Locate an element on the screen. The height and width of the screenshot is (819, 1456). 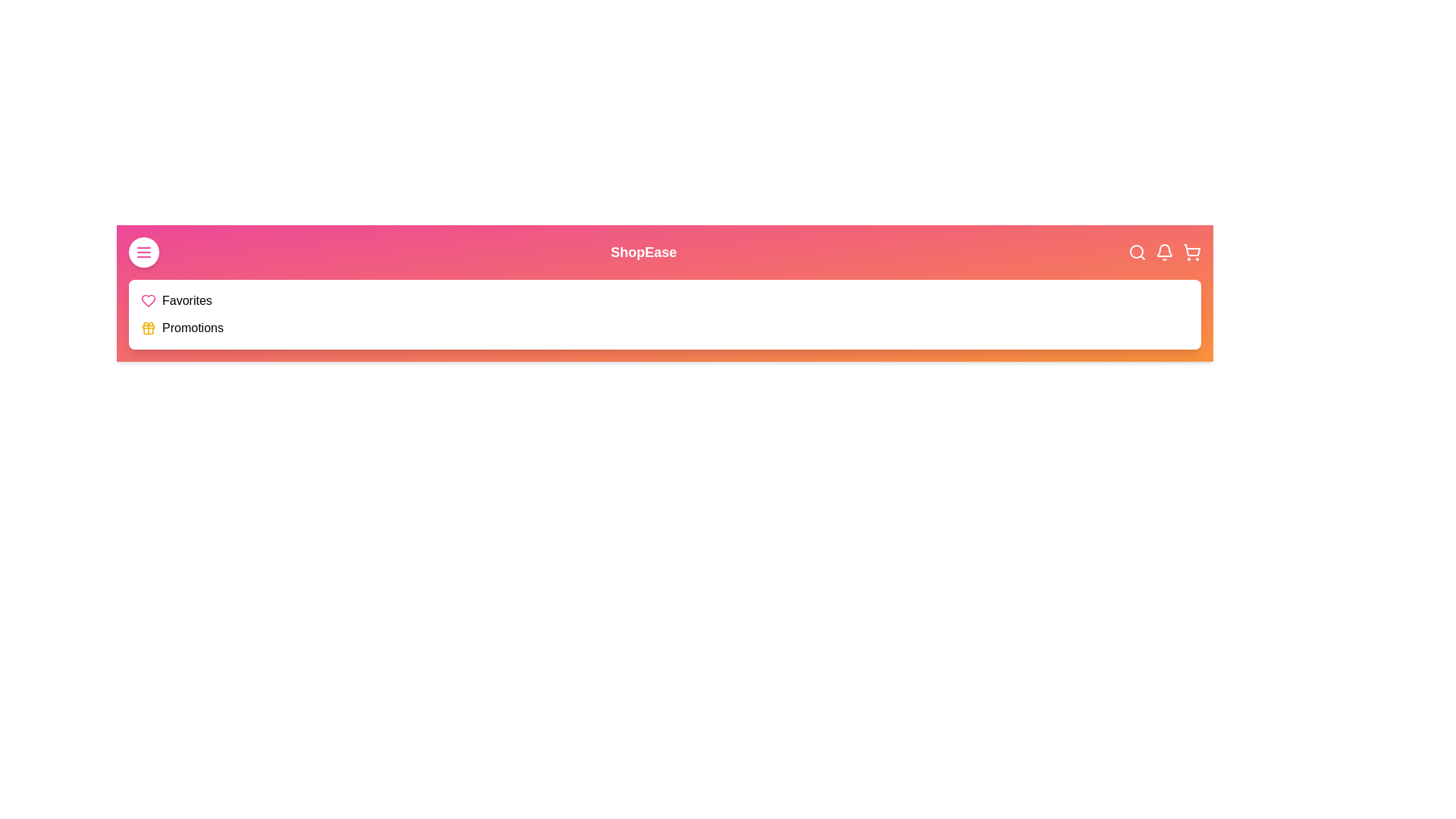
the bell icon to access notifications is located at coordinates (1164, 251).